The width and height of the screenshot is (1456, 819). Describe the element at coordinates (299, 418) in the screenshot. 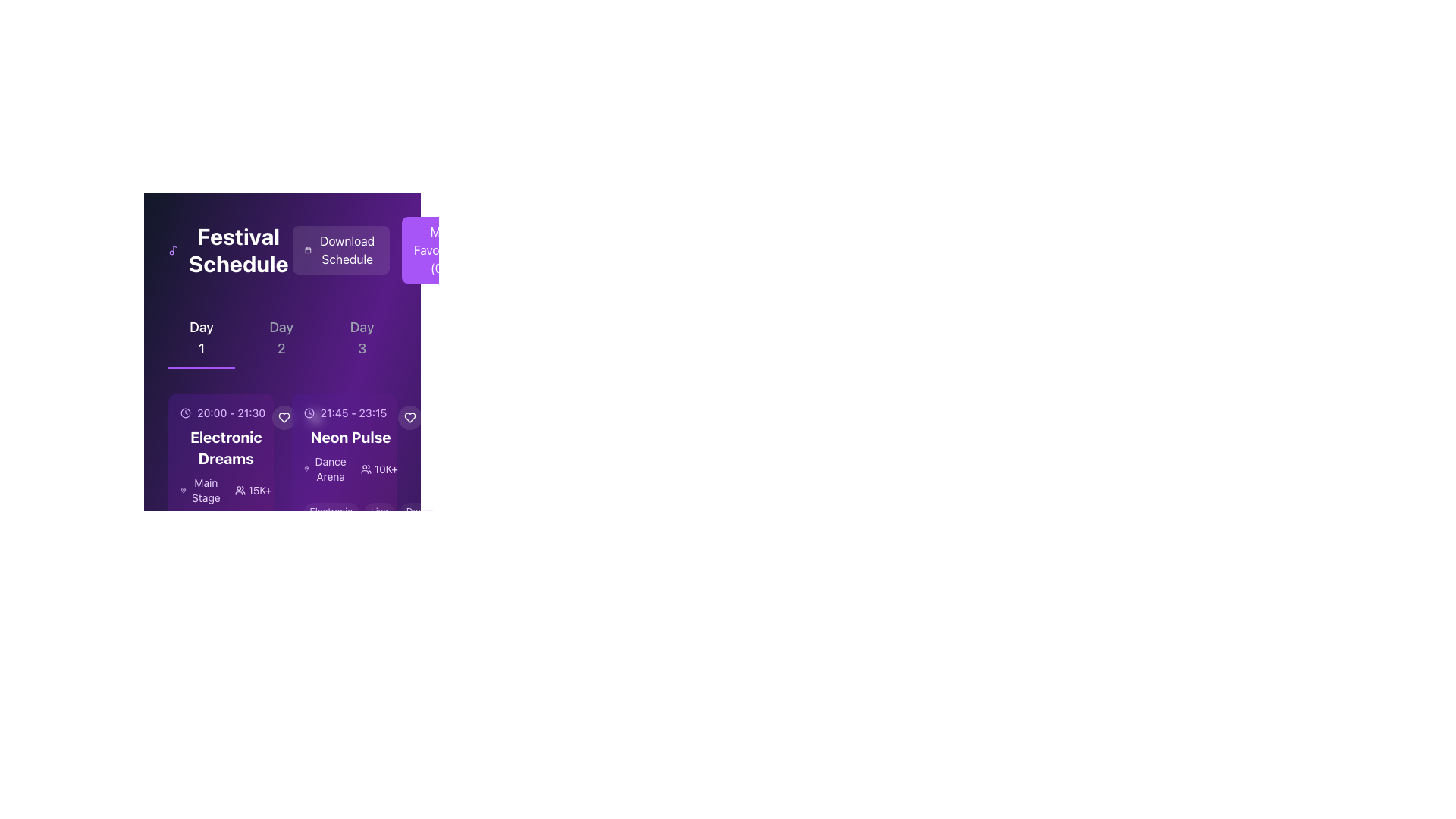

I see `the clock icon button, which is the right button in the horizontally aligned group of two buttons between the 'Electronic Dreams' and 'Neon Pulse' event cards` at that location.